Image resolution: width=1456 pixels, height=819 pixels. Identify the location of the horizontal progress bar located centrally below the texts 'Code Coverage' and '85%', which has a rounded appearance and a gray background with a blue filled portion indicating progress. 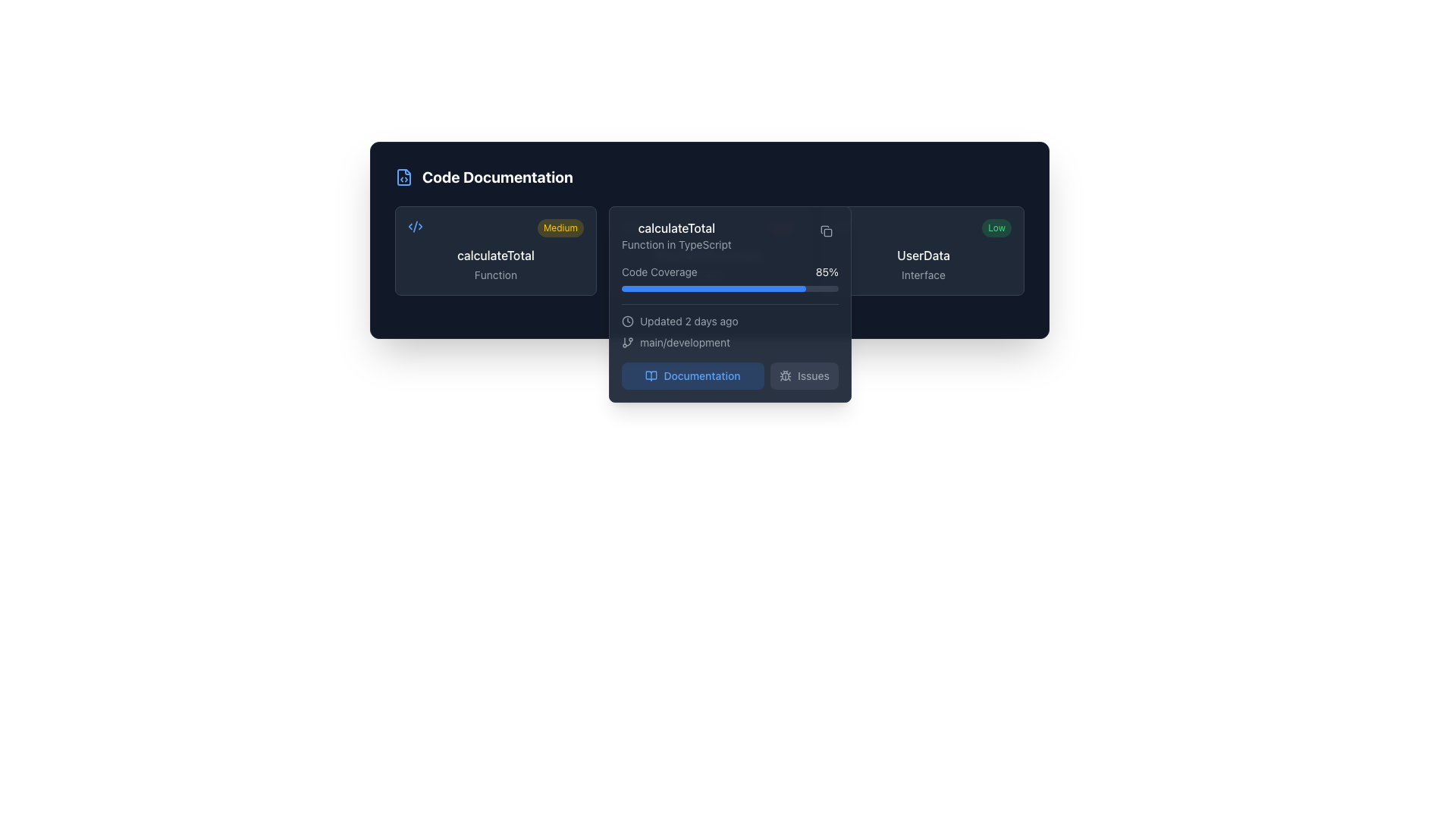
(730, 289).